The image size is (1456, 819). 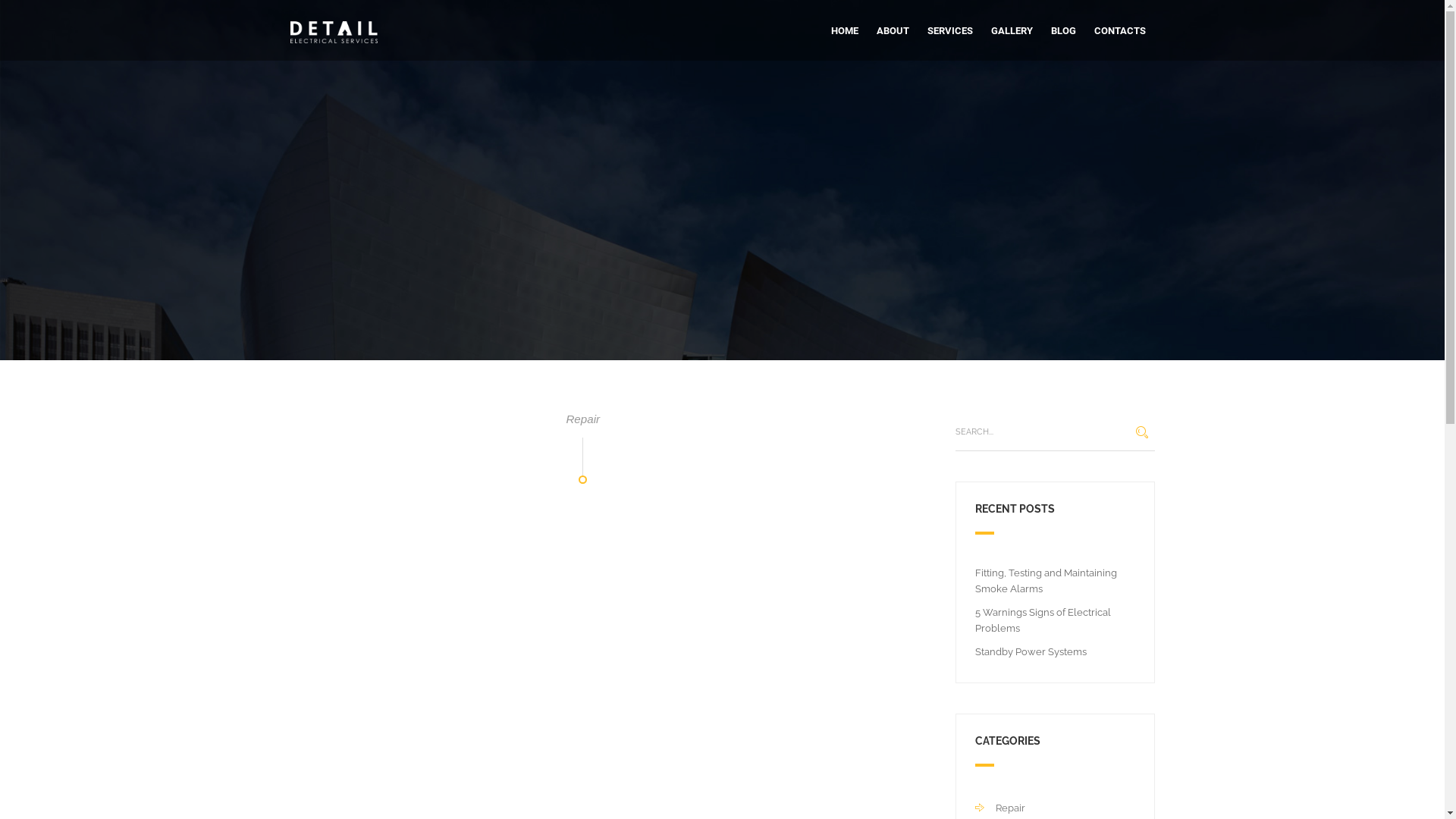 What do you see at coordinates (1000, 807) in the screenshot?
I see `'Repair'` at bounding box center [1000, 807].